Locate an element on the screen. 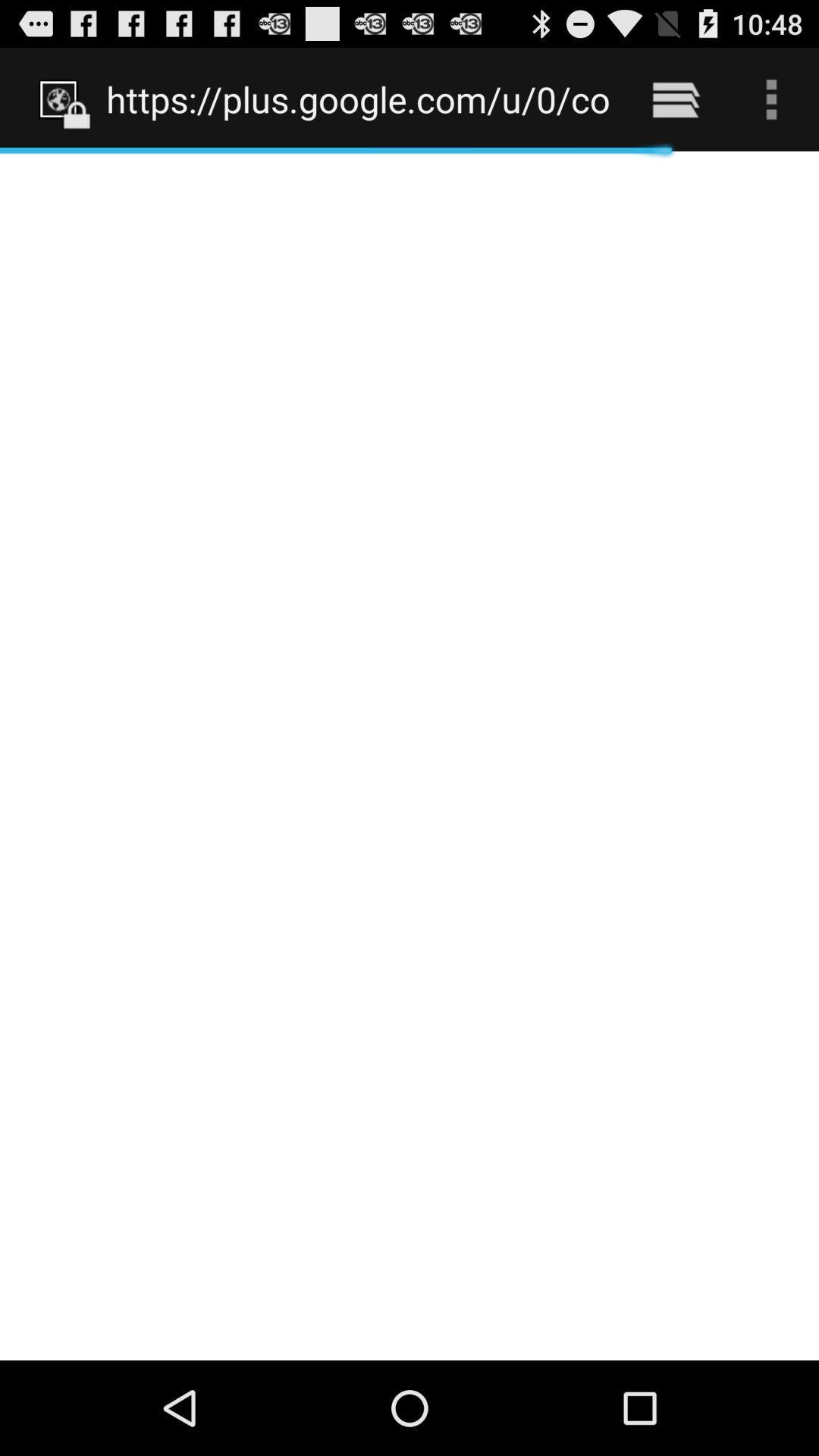 The image size is (819, 1456). the https plus google item is located at coordinates (358, 99).